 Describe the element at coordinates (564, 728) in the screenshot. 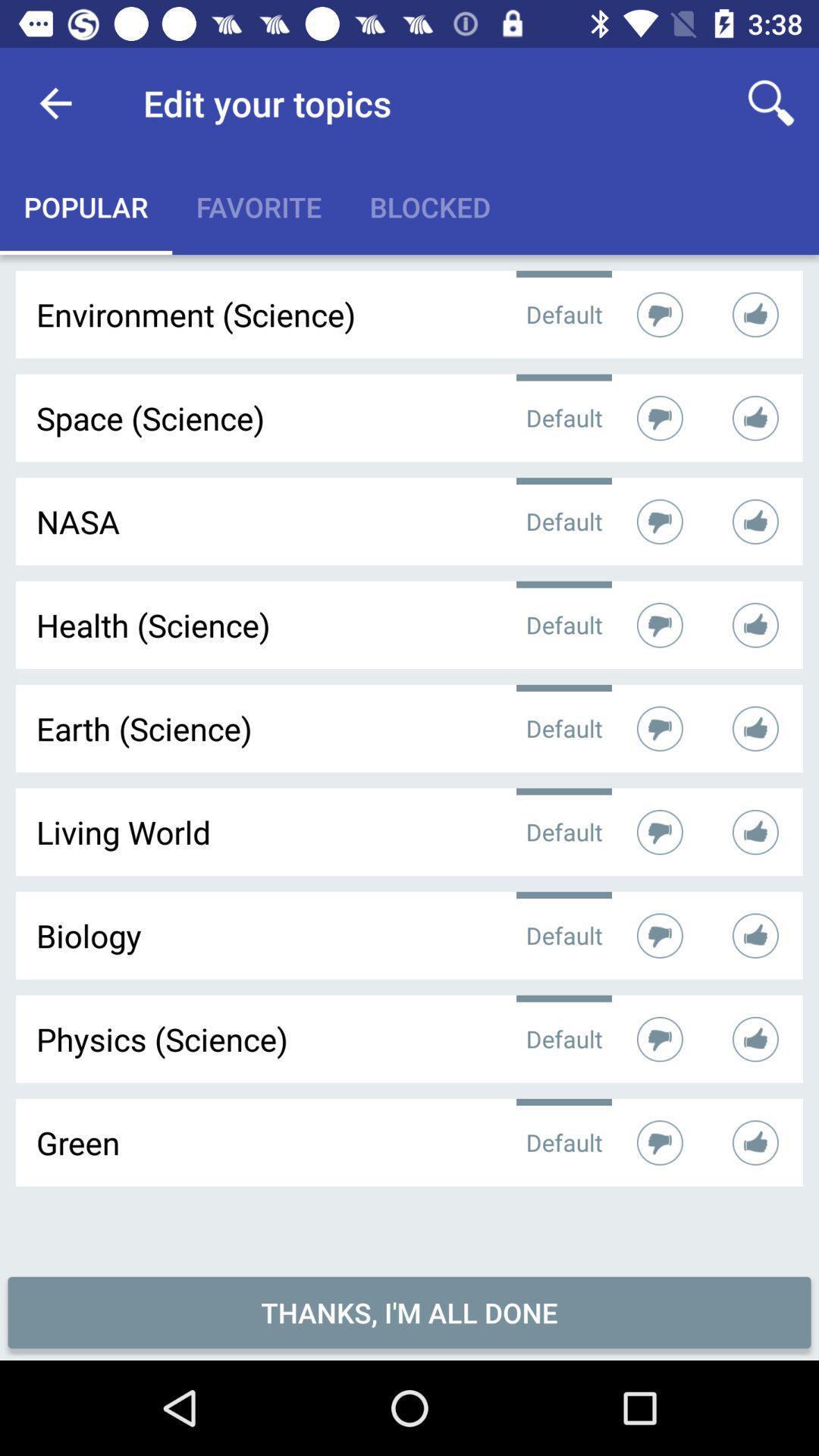

I see `the default option beside earthscience` at that location.